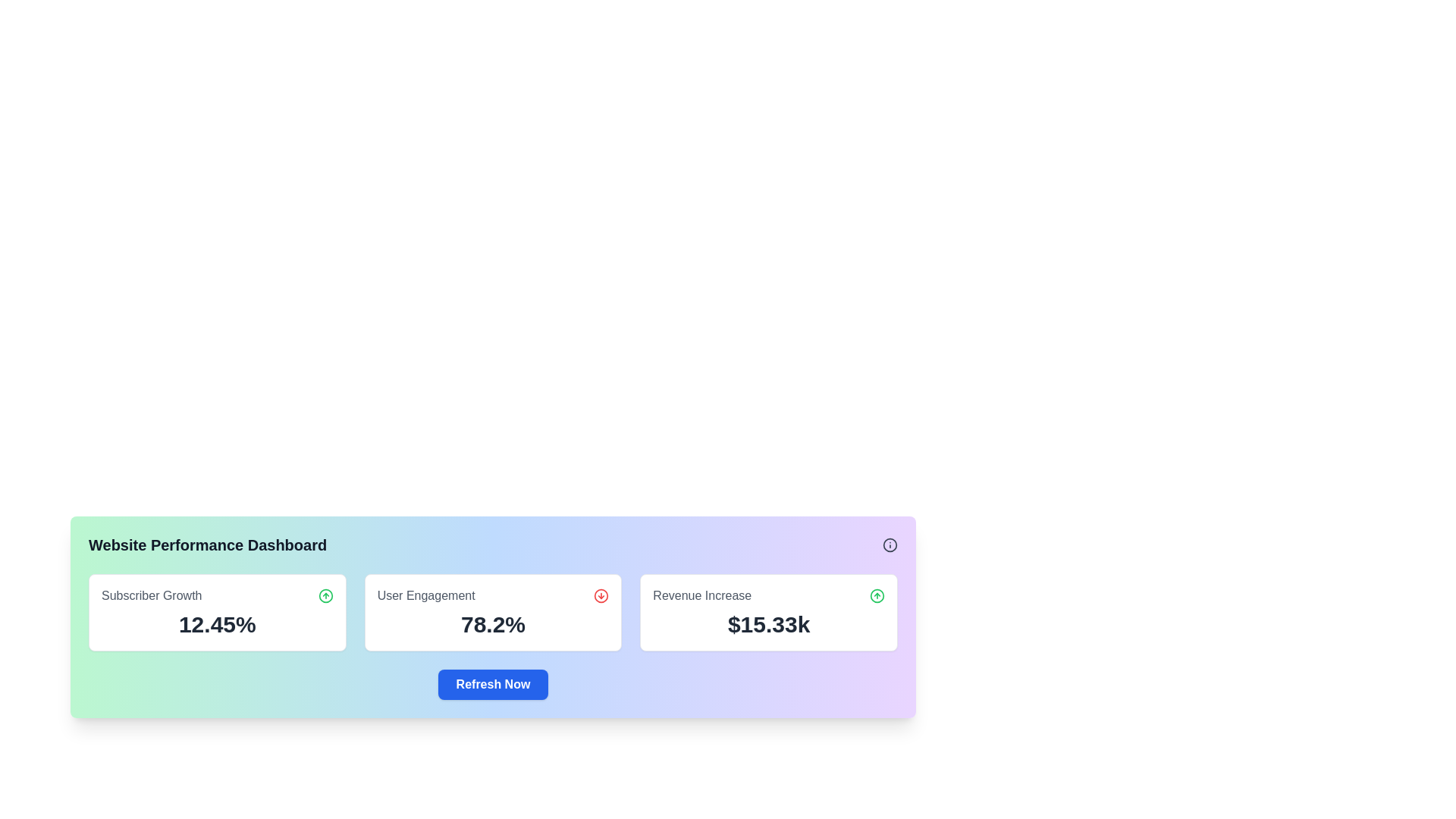  Describe the element at coordinates (890, 544) in the screenshot. I see `the graphic element, a circle in SVG, located at the top right of the card-like dashboard` at that location.